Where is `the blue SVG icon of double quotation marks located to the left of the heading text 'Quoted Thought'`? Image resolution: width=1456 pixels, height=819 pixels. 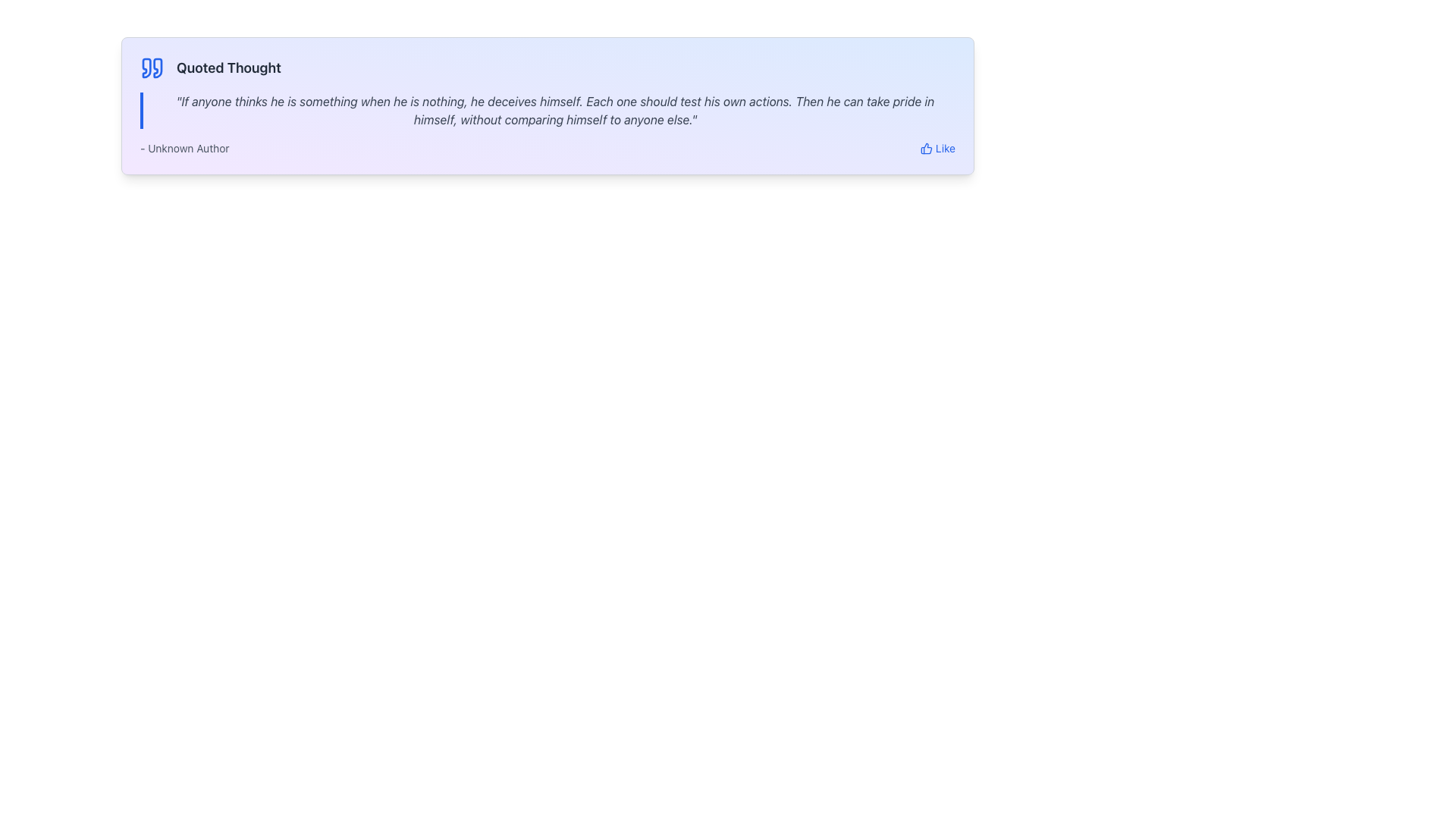
the blue SVG icon of double quotation marks located to the left of the heading text 'Quoted Thought' is located at coordinates (152, 67).